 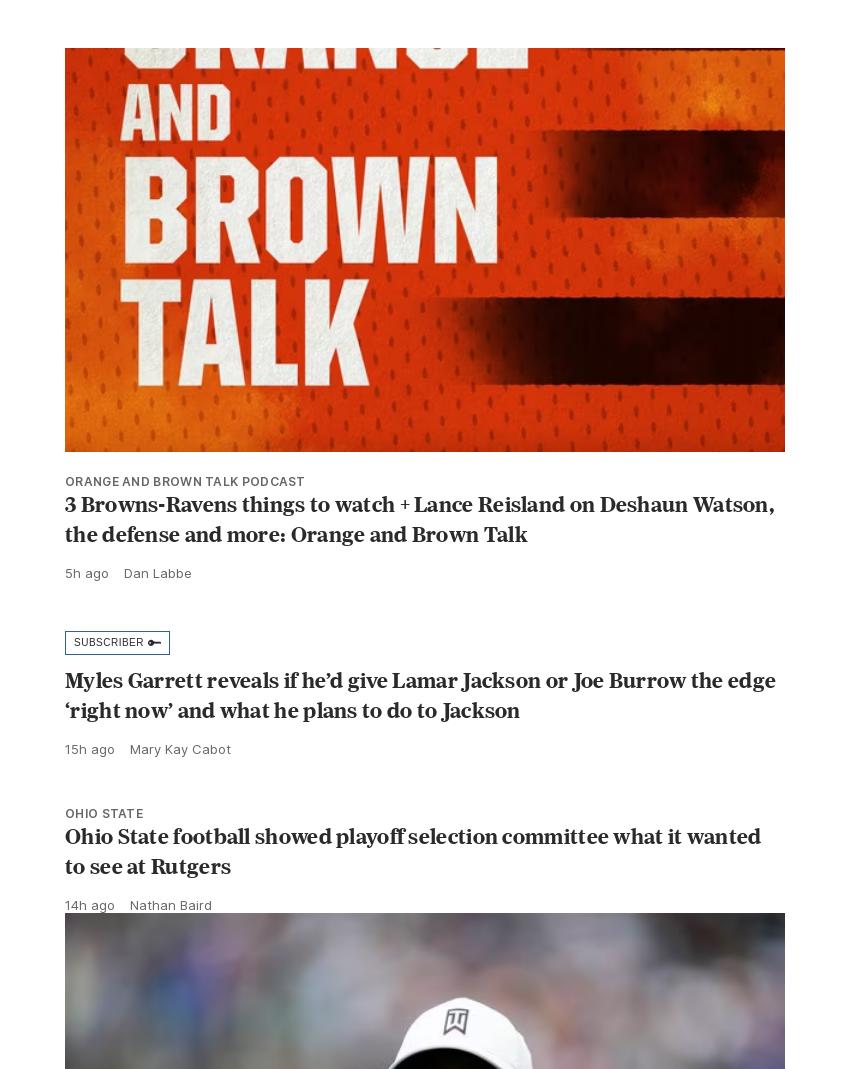 What do you see at coordinates (89, 792) in the screenshot?
I see `'15h ago'` at bounding box center [89, 792].